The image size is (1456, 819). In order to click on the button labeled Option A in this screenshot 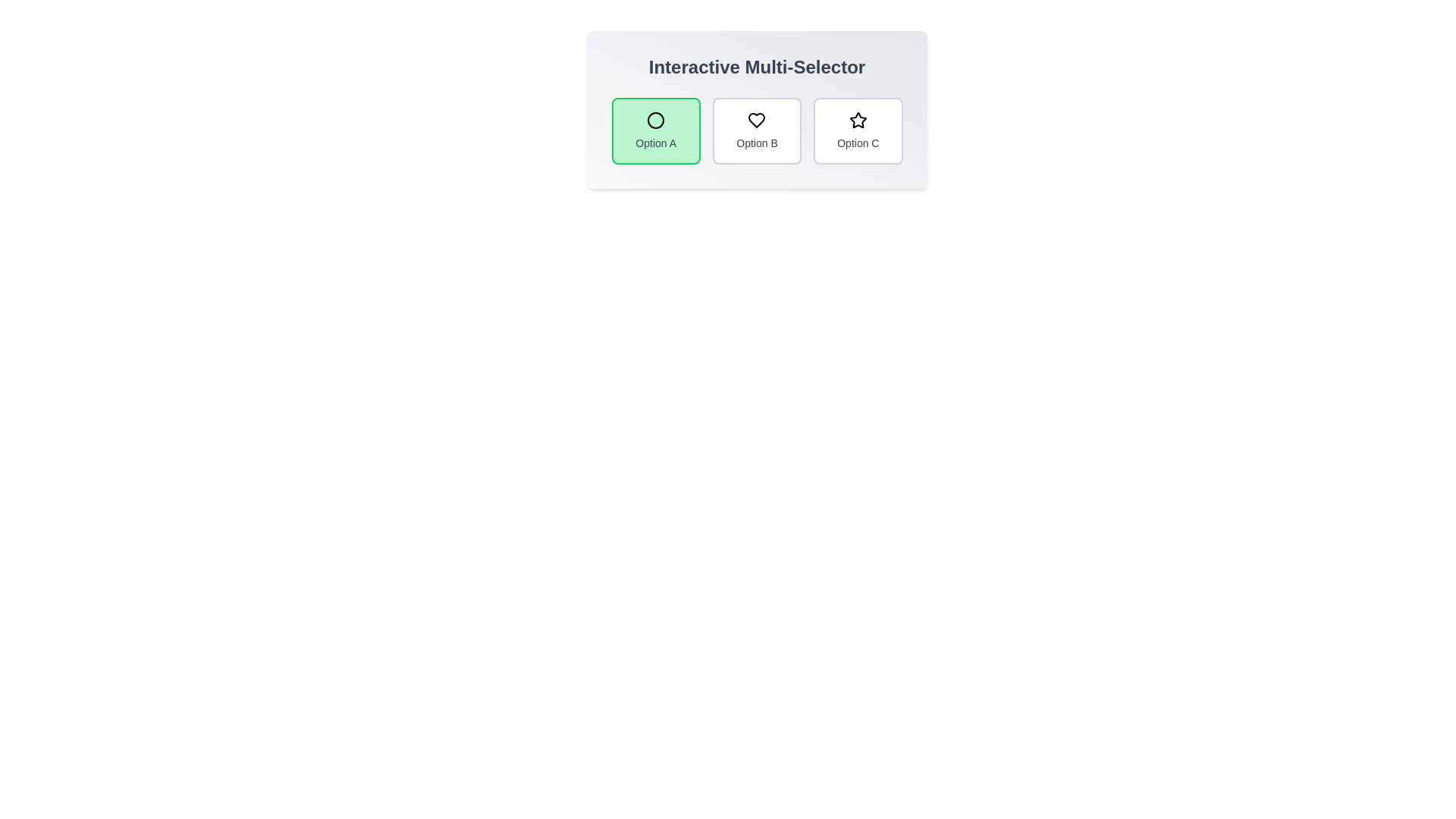, I will do `click(655, 130)`.